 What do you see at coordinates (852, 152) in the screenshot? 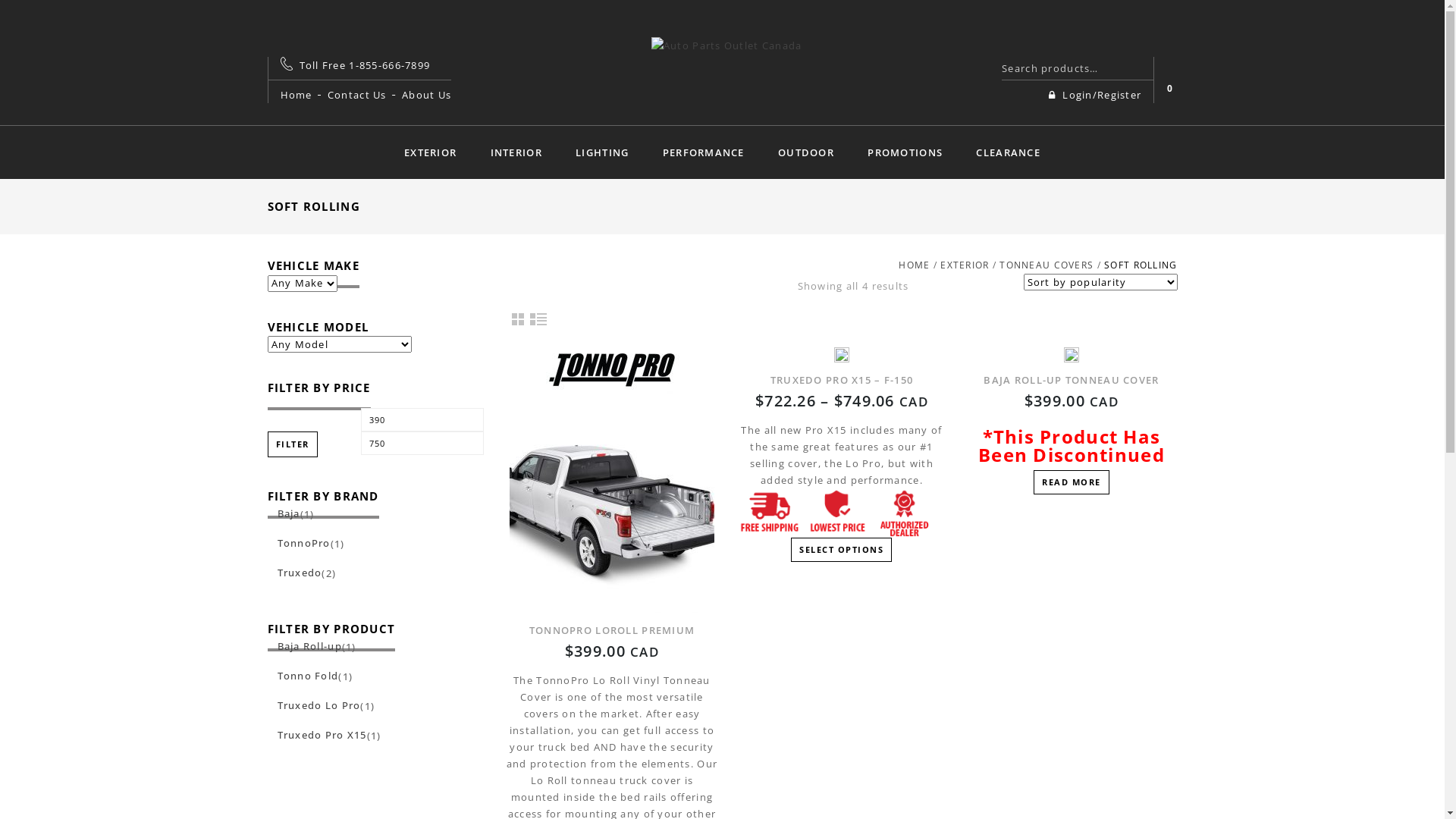
I see `'PROMOTIONS'` at bounding box center [852, 152].